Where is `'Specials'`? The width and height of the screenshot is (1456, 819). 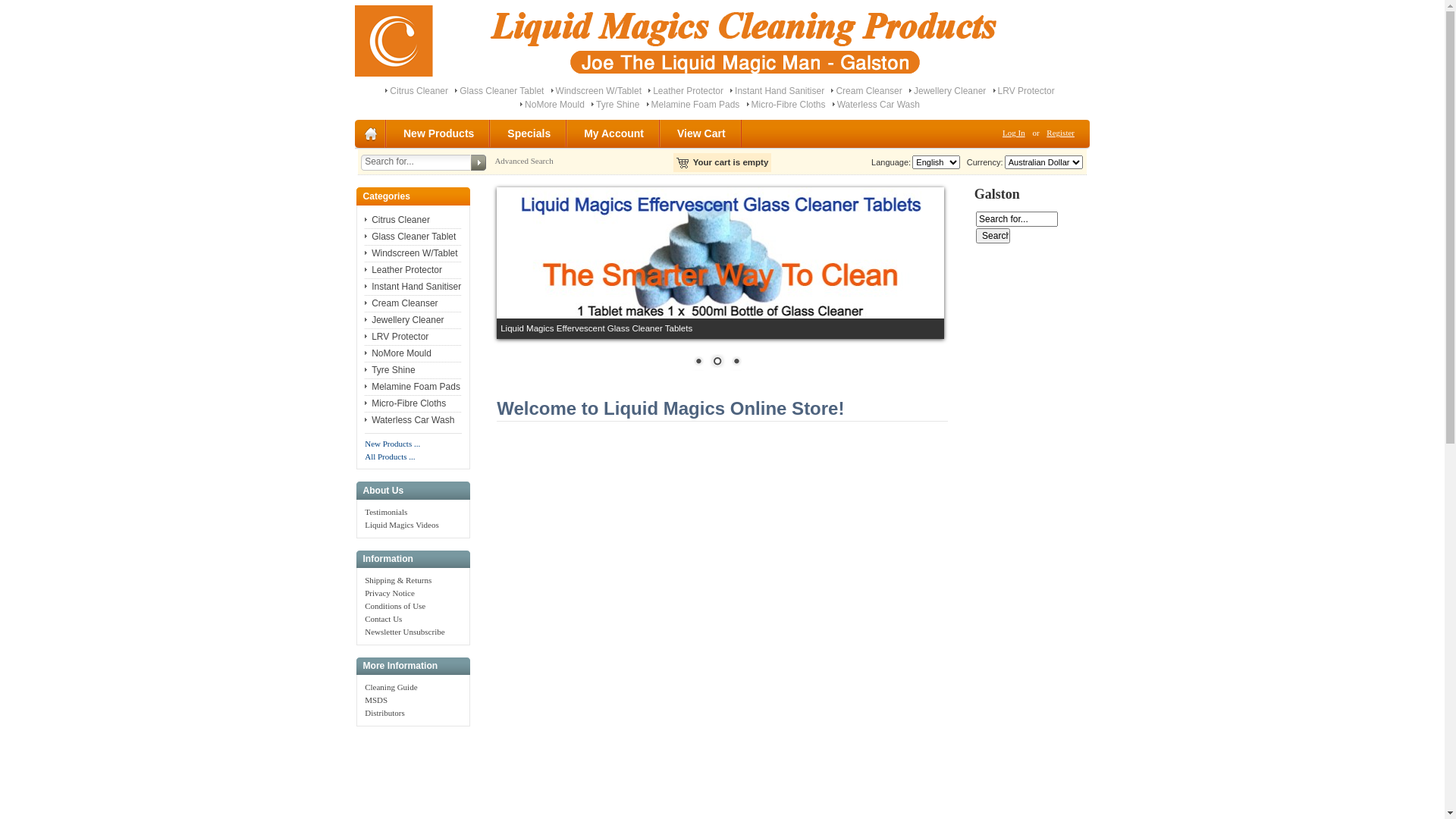 'Specials' is located at coordinates (529, 133).